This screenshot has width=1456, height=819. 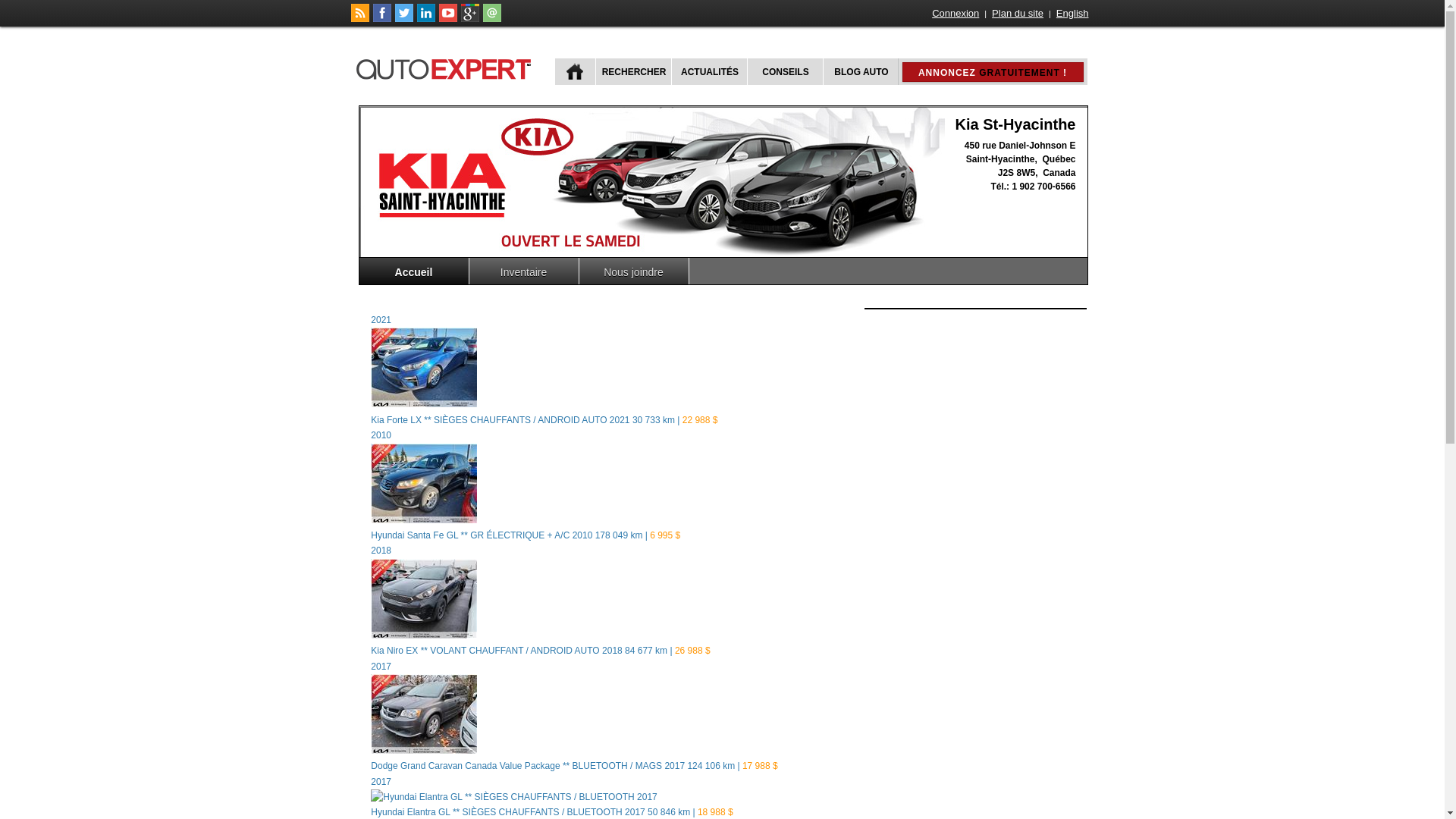 What do you see at coordinates (574, 71) in the screenshot?
I see `'ACCUEIL'` at bounding box center [574, 71].